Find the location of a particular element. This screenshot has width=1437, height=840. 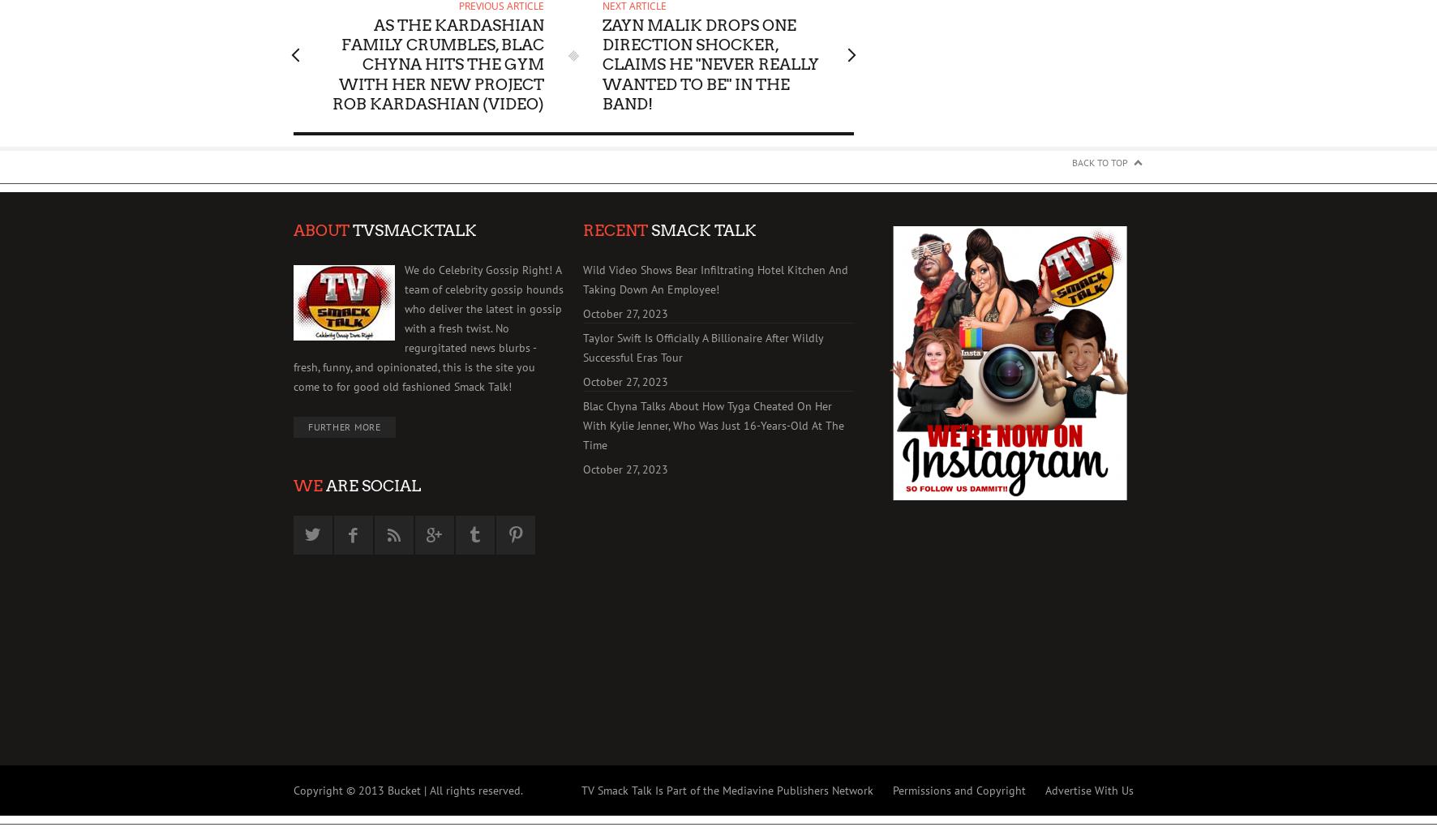

'We do Celebrity Gossip Right! A team of celebrity gossip hounds who deliver the latest in gossip with a fresh twist. No regurgitated news blurbs - fresh, funny, and opinionated, this is the site you come to for good old fashioned Smack Talk!' is located at coordinates (294, 328).